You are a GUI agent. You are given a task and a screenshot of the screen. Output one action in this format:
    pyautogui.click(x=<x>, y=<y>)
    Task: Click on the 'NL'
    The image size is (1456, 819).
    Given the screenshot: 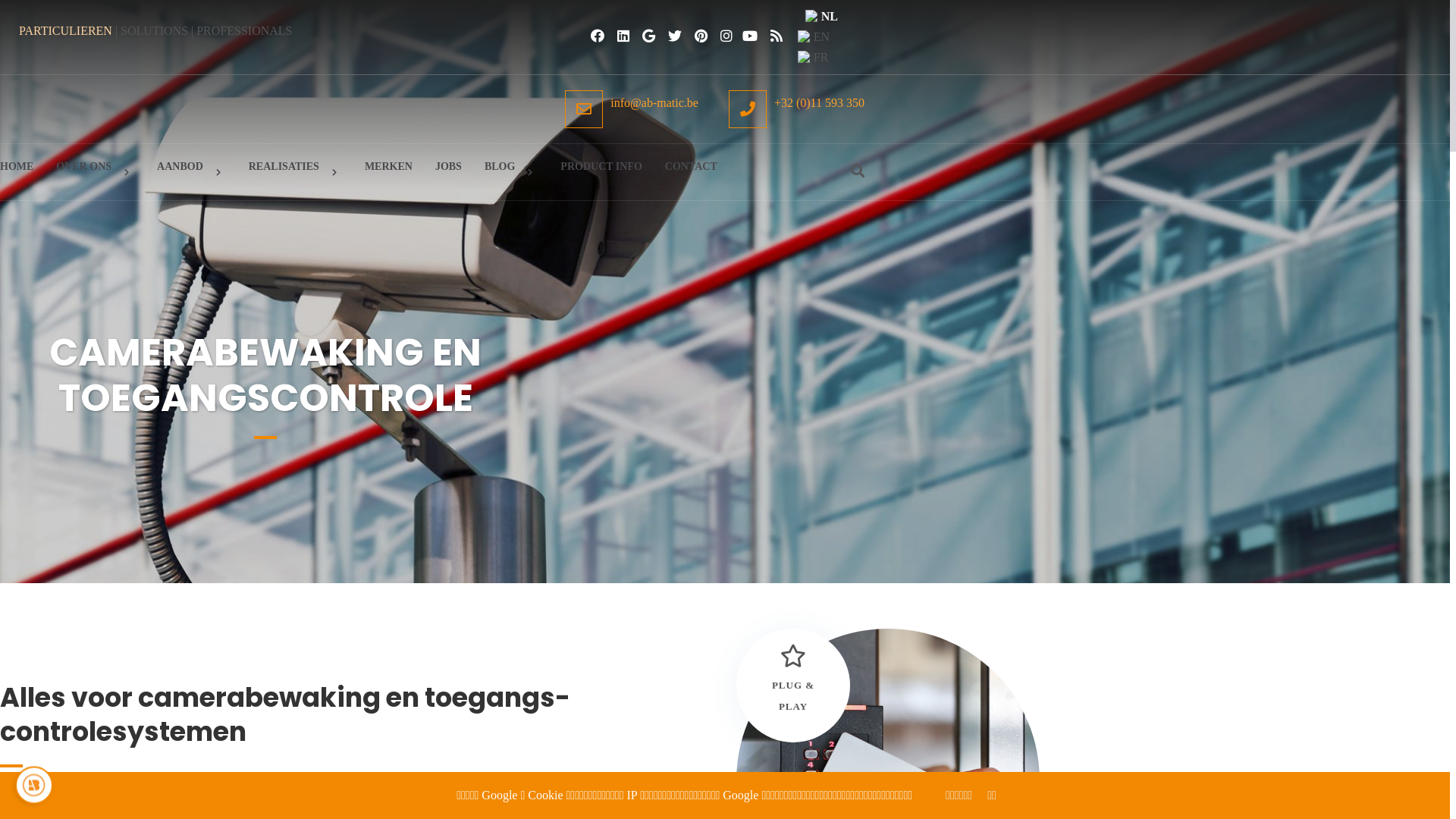 What is the action you would take?
    pyautogui.click(x=821, y=16)
    